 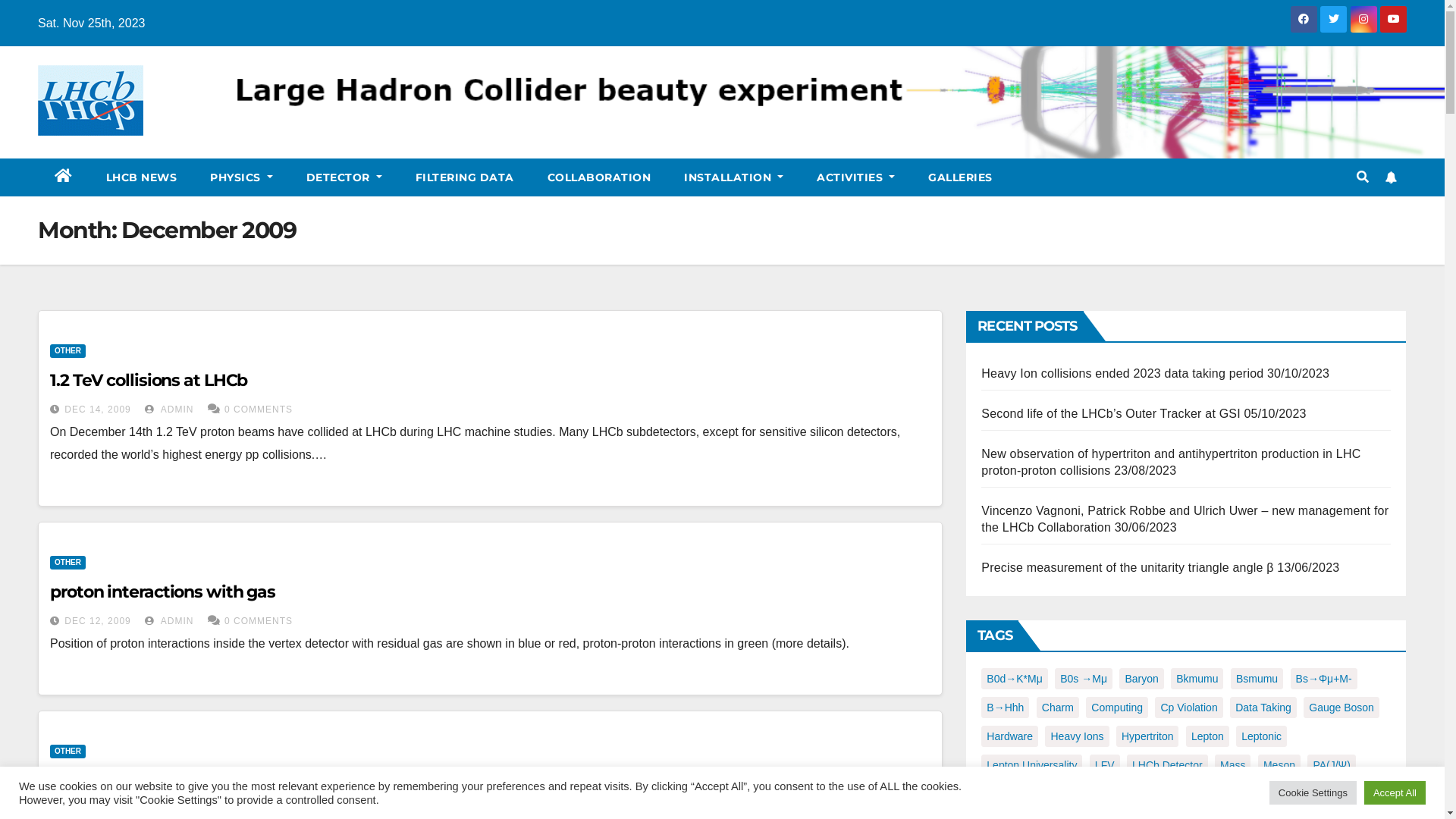 I want to click on 'DETECTOR', so click(x=344, y=177).